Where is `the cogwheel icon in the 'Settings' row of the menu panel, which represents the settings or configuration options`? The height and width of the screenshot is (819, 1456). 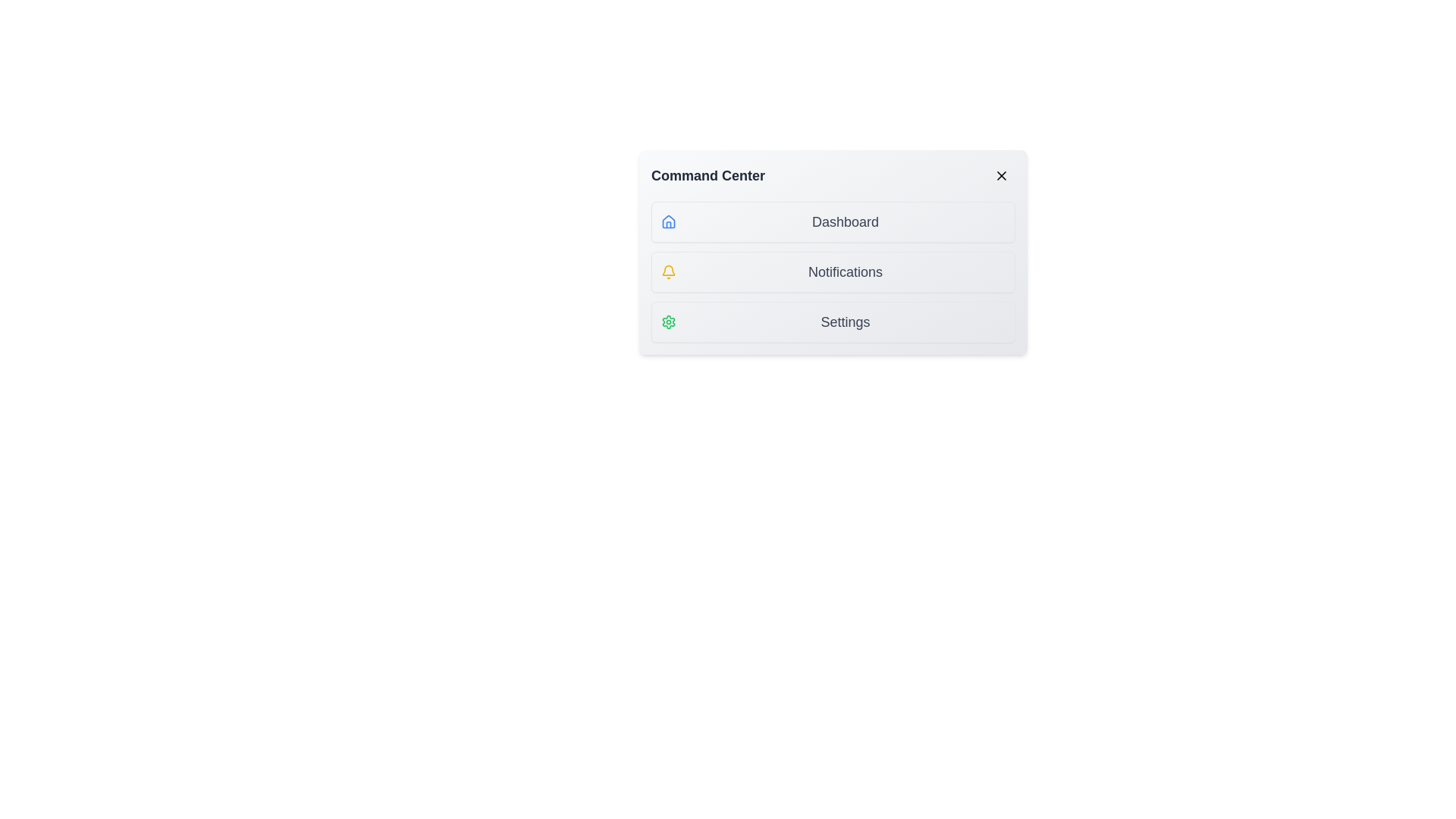 the cogwheel icon in the 'Settings' row of the menu panel, which represents the settings or configuration options is located at coordinates (668, 321).